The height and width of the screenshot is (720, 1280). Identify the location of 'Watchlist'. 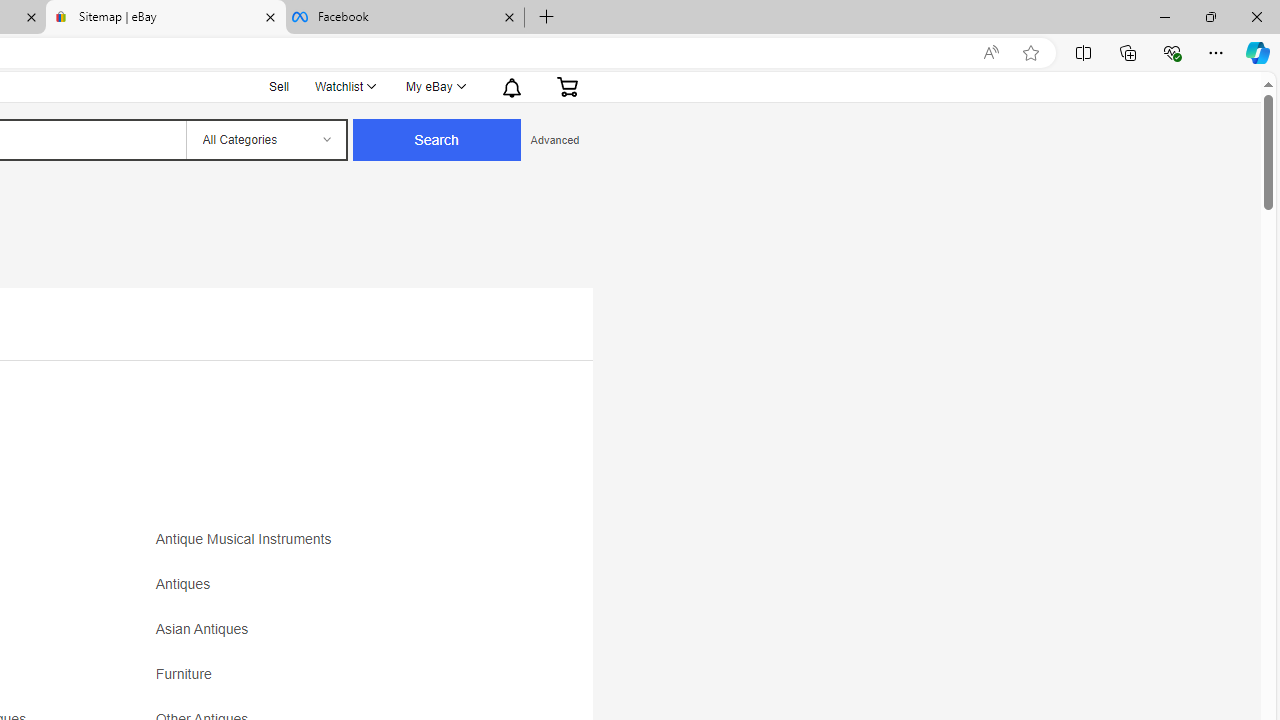
(344, 86).